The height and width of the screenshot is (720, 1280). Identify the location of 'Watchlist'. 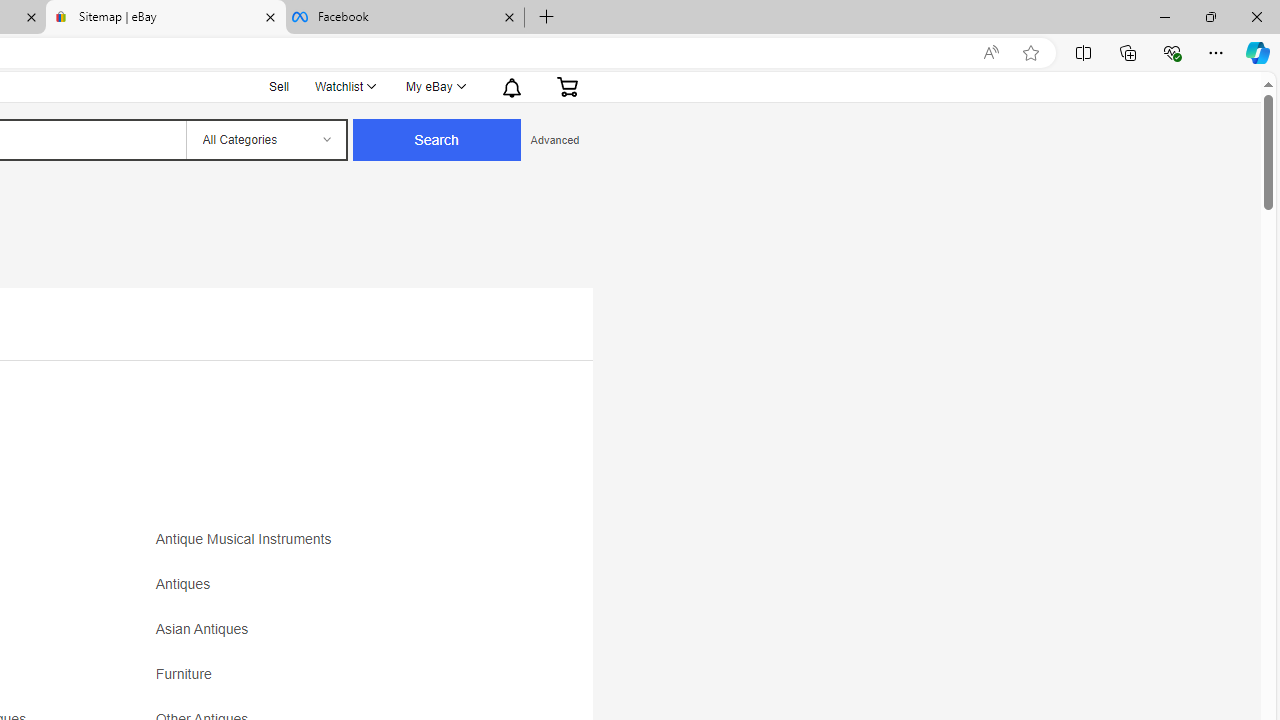
(344, 86).